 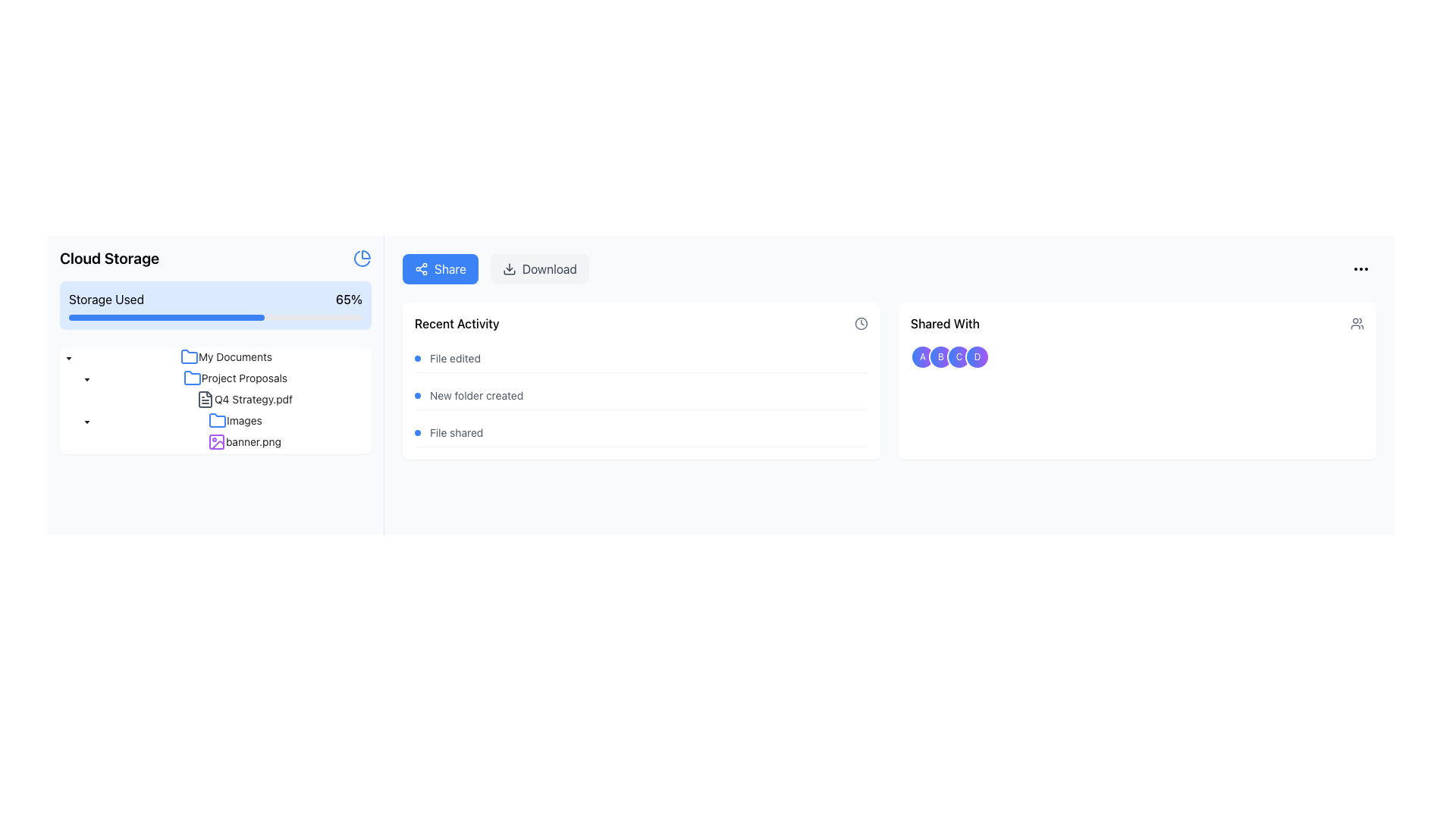 I want to click on the purple image icon labeled 'banner.png' located in the 'Cloud Storage' section under the 'Images' folder, so click(x=215, y=441).